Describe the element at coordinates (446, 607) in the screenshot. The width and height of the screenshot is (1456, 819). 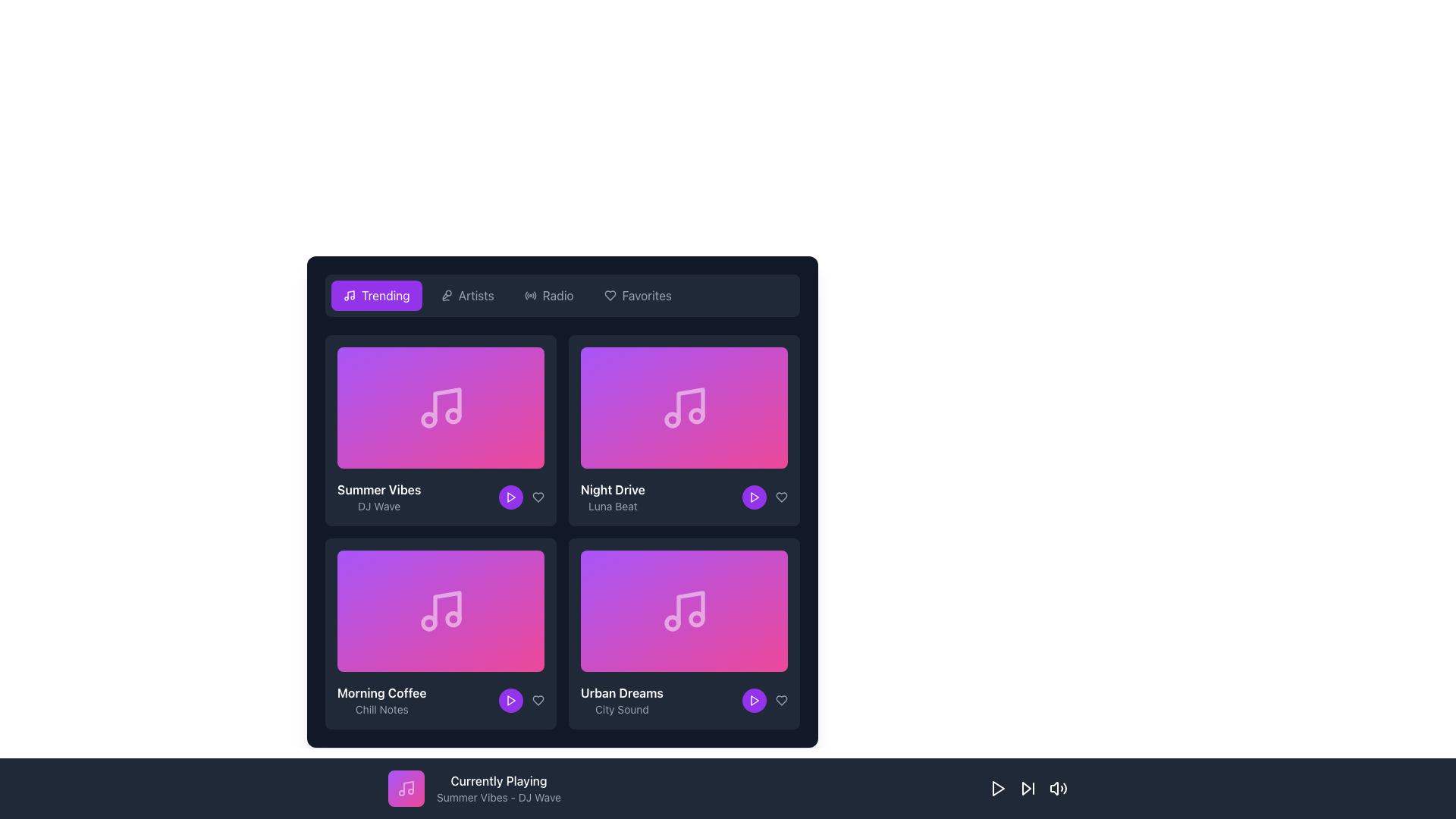
I see `the graphic element representing a music note in the 'Morning Coffee' section, located in the second row and first column of the grid layout` at that location.